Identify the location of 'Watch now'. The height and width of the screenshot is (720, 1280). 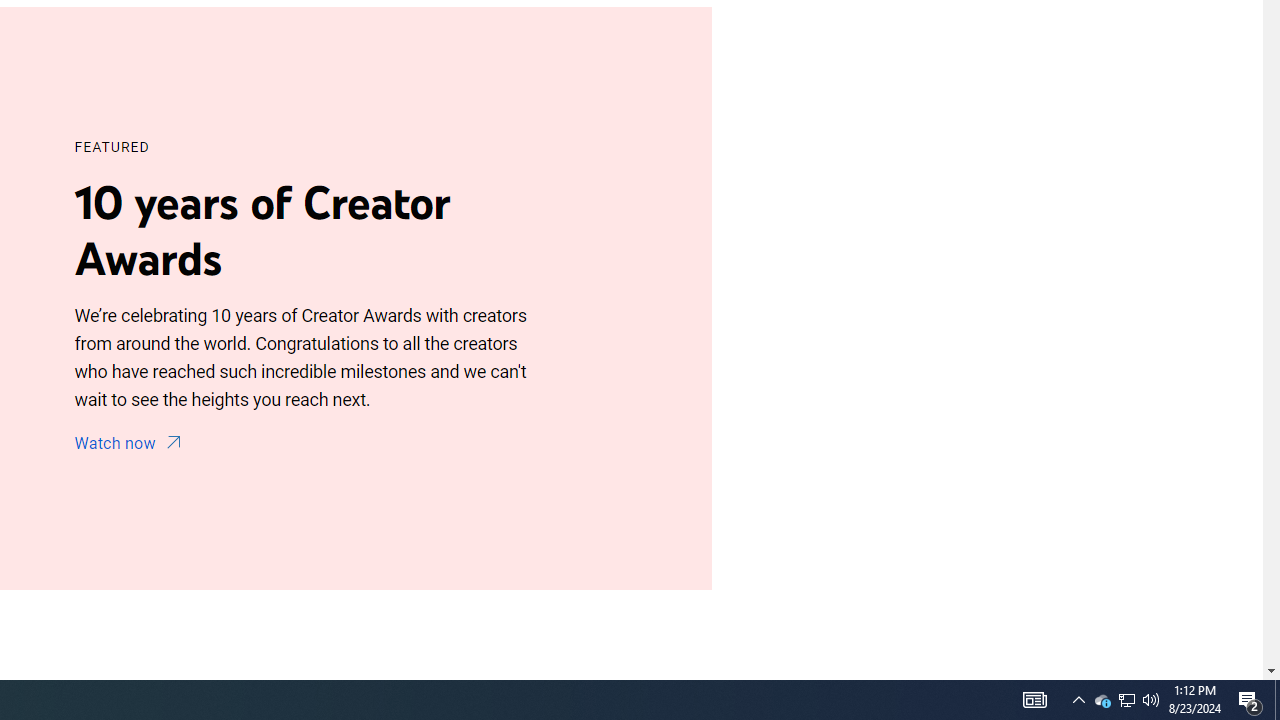
(130, 444).